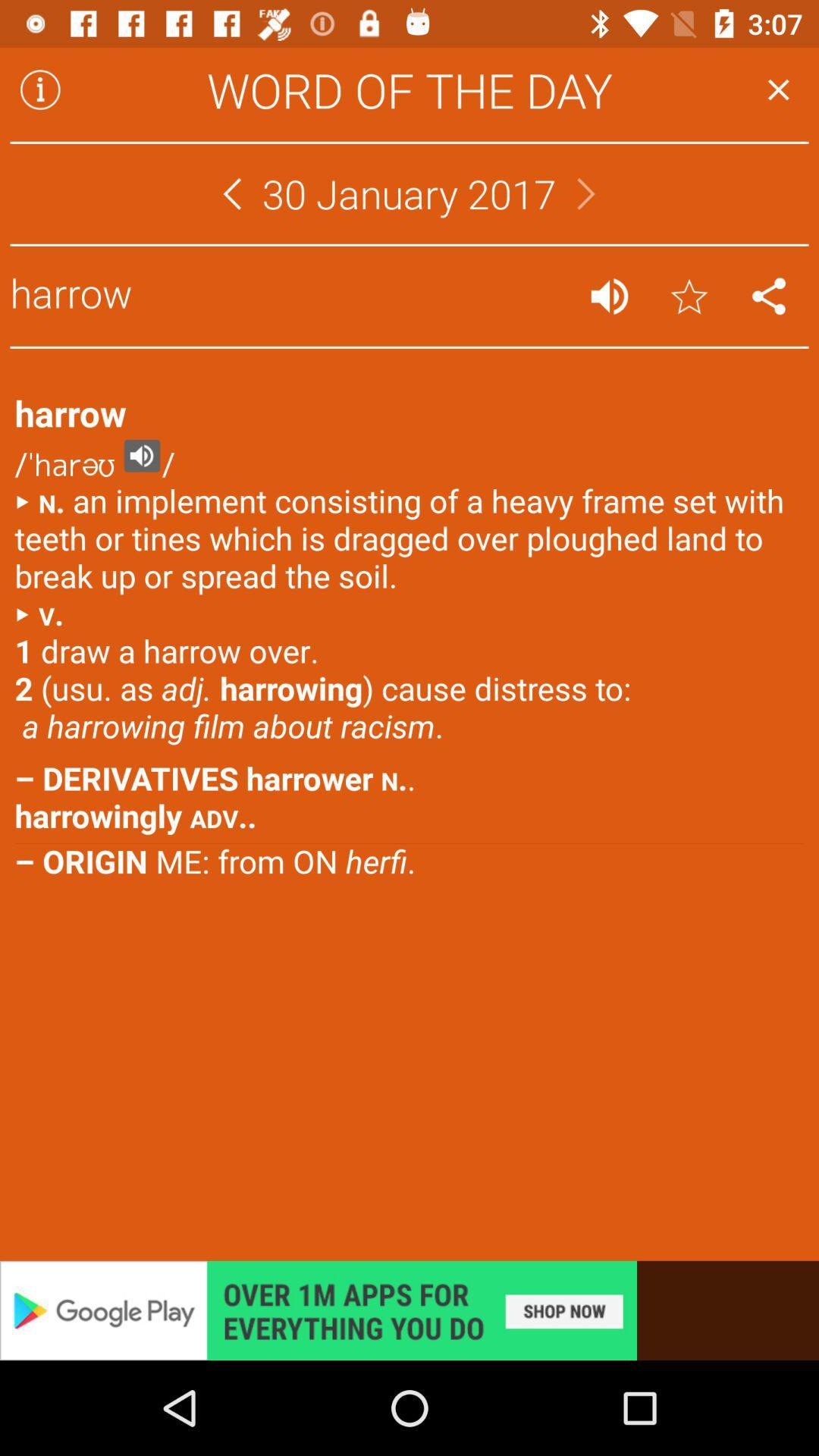 This screenshot has height=1456, width=819. I want to click on save, so click(689, 296).